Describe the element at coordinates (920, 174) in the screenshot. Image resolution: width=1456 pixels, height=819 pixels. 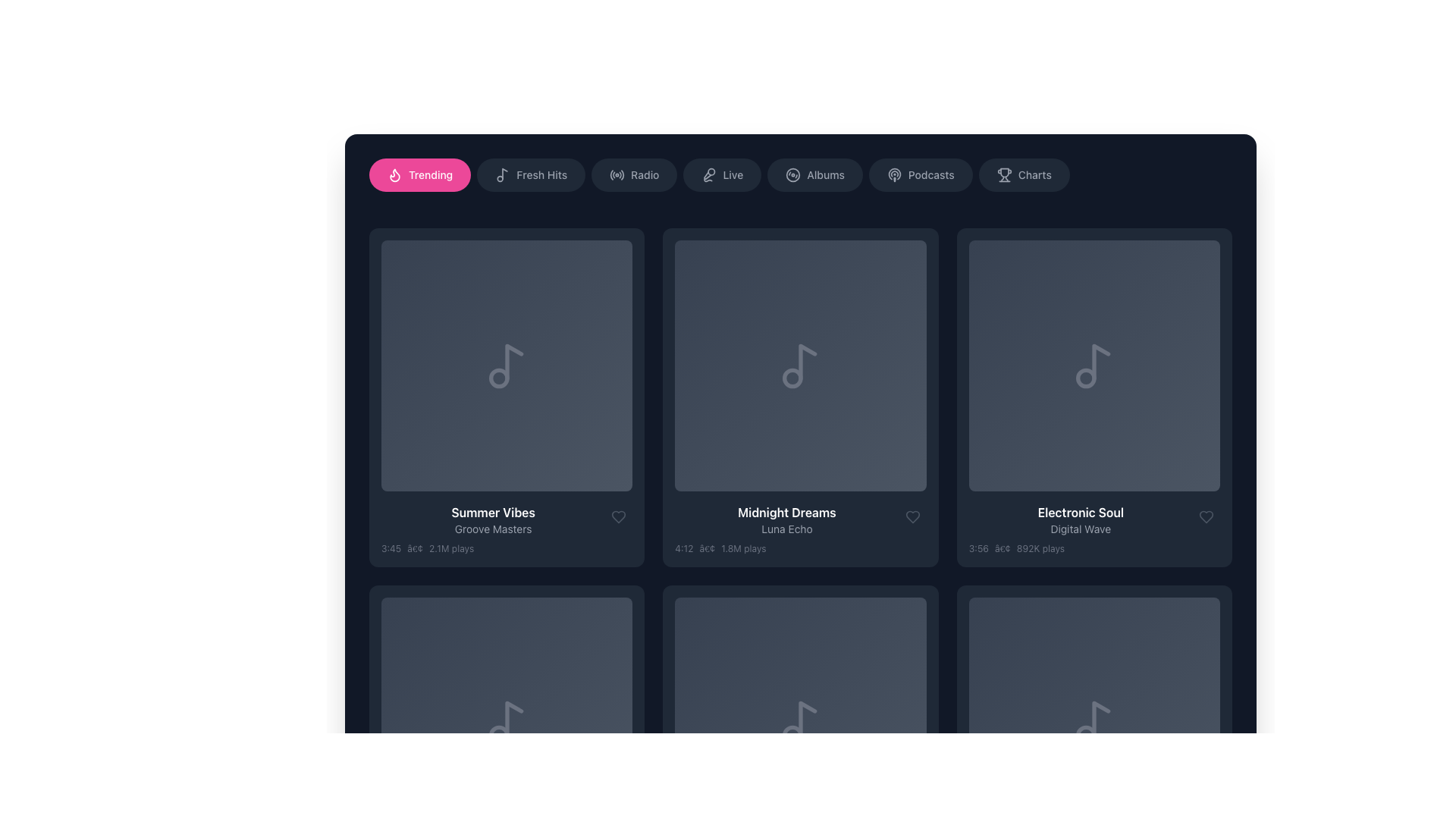
I see `the sixth button in the navigation bar` at that location.